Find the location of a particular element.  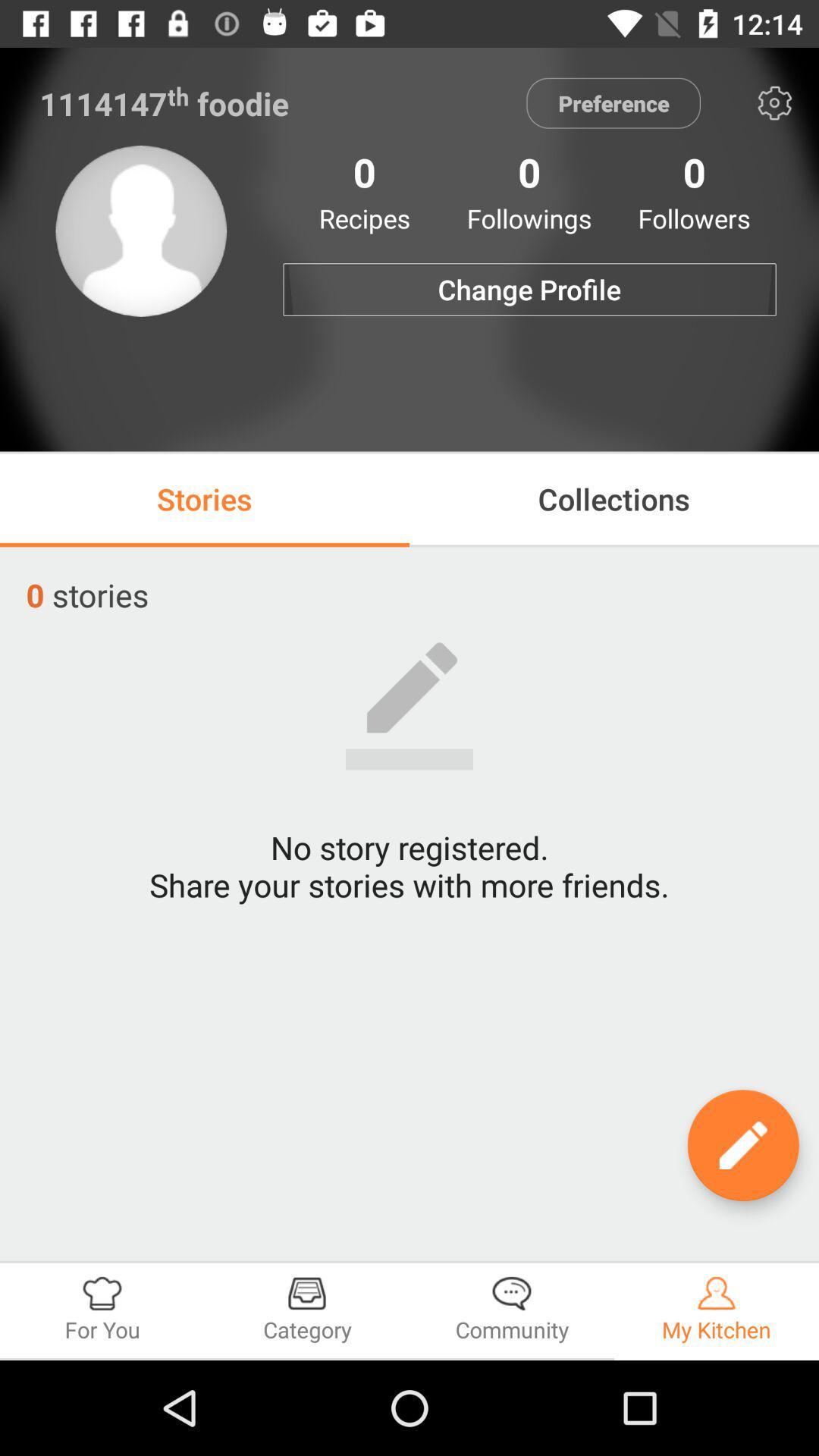

the change profile item is located at coordinates (529, 290).